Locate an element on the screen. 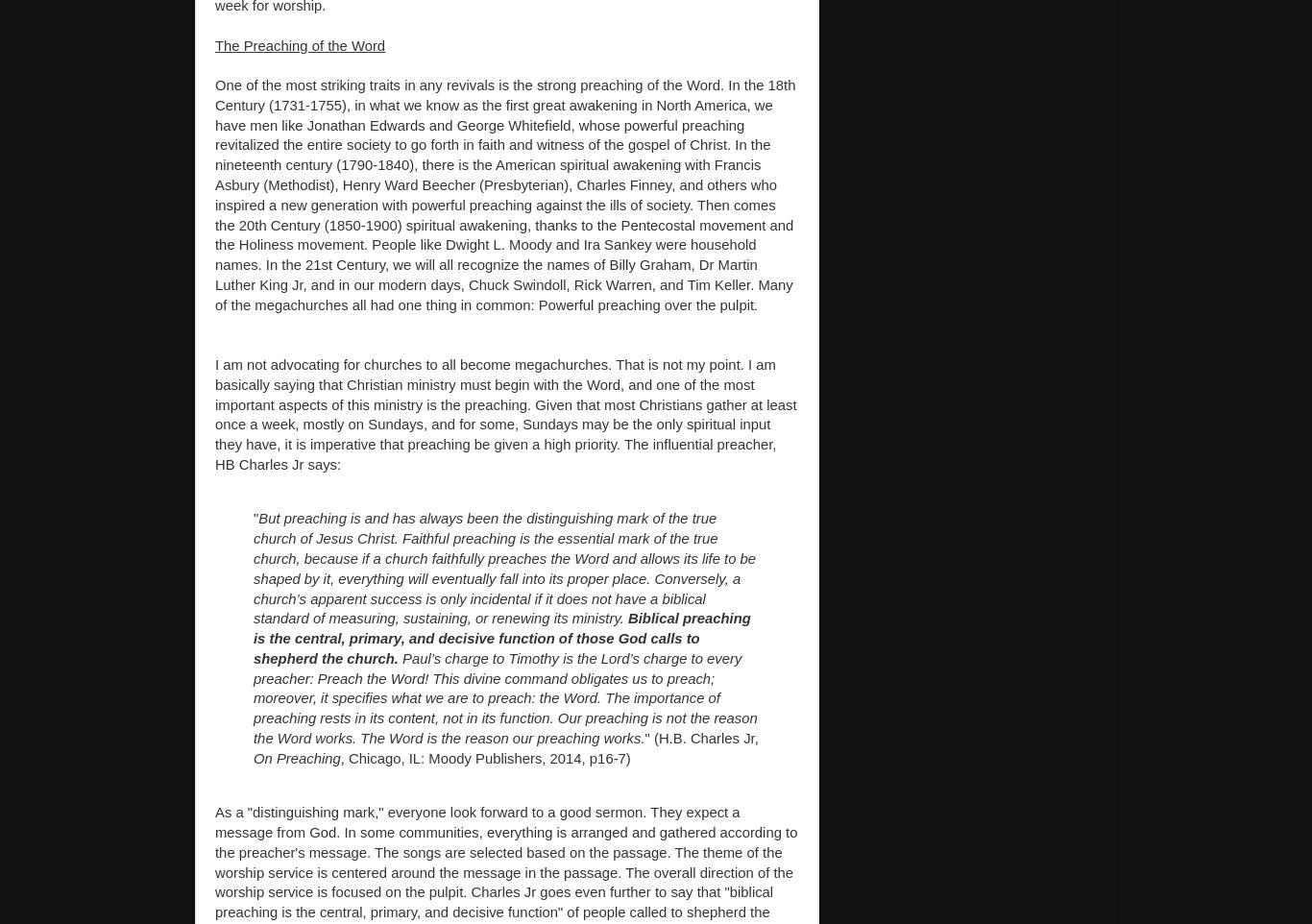  '"' is located at coordinates (255, 518).